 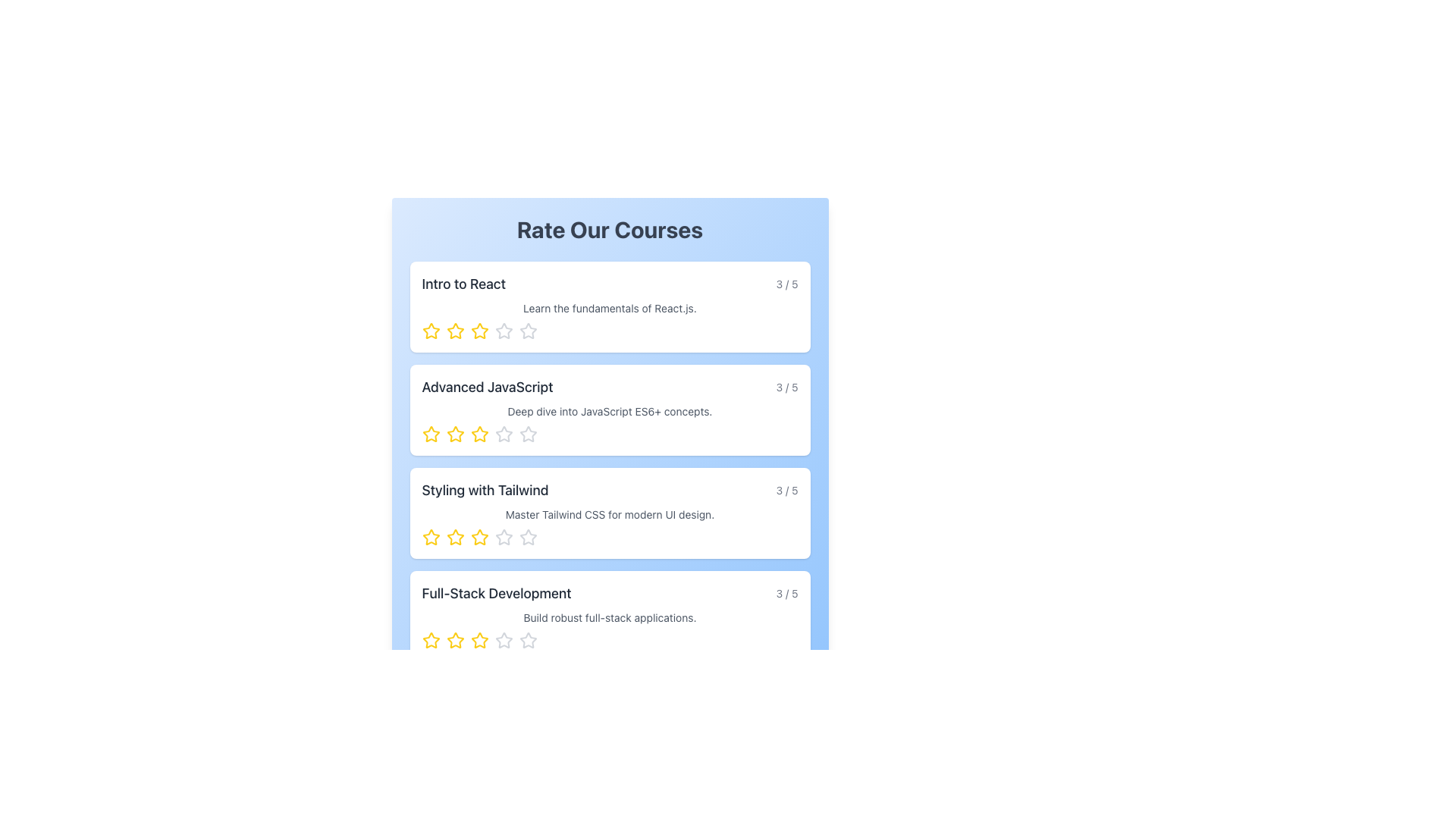 What do you see at coordinates (479, 435) in the screenshot?
I see `the third rating star icon to provide a rating for the 'Advanced JavaScript' course` at bounding box center [479, 435].